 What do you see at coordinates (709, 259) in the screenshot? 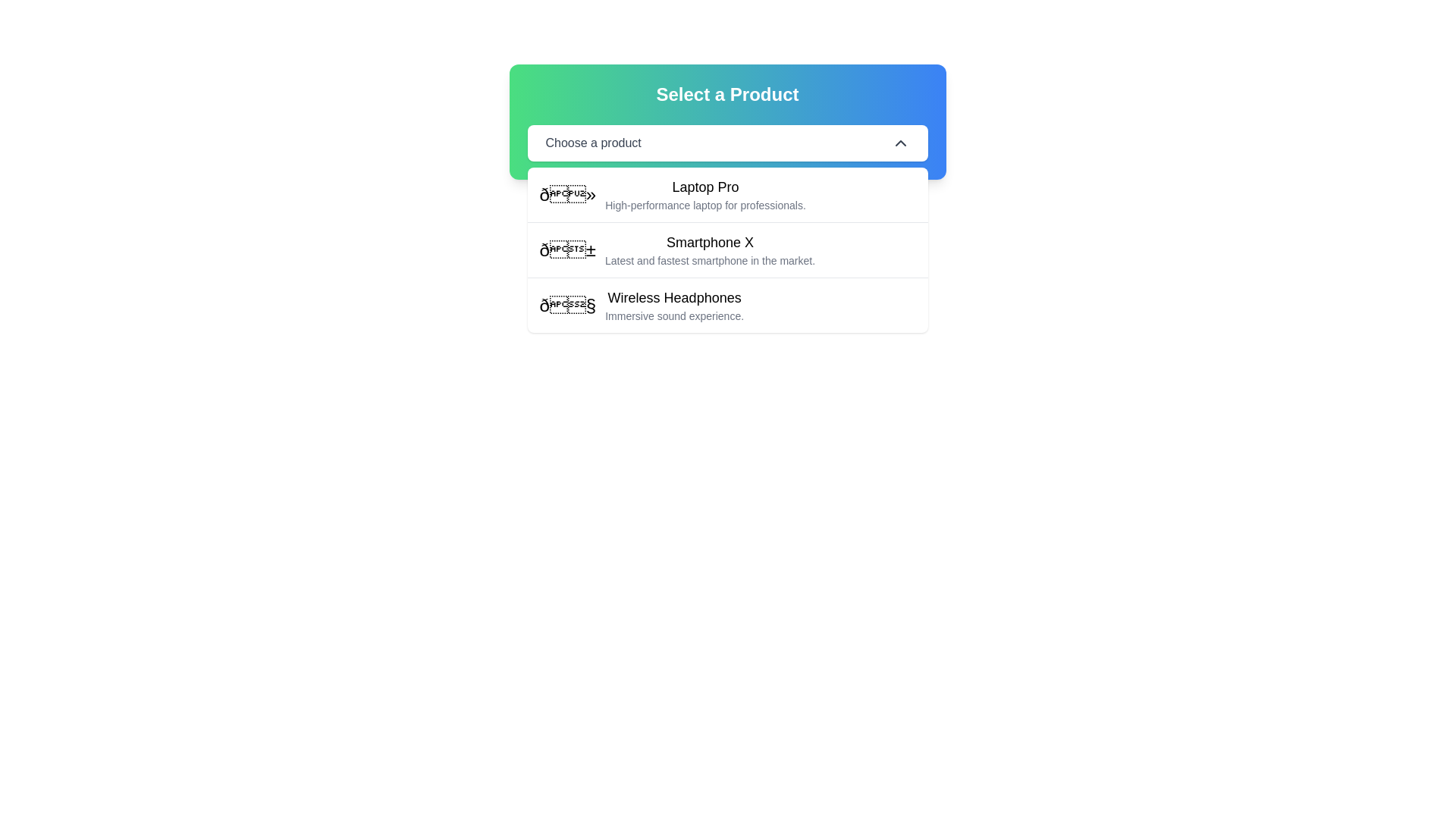
I see `text label that provides a brief description of the product option 'Smartphone X', which is located directly beneath the title in the dropdown options list` at bounding box center [709, 259].